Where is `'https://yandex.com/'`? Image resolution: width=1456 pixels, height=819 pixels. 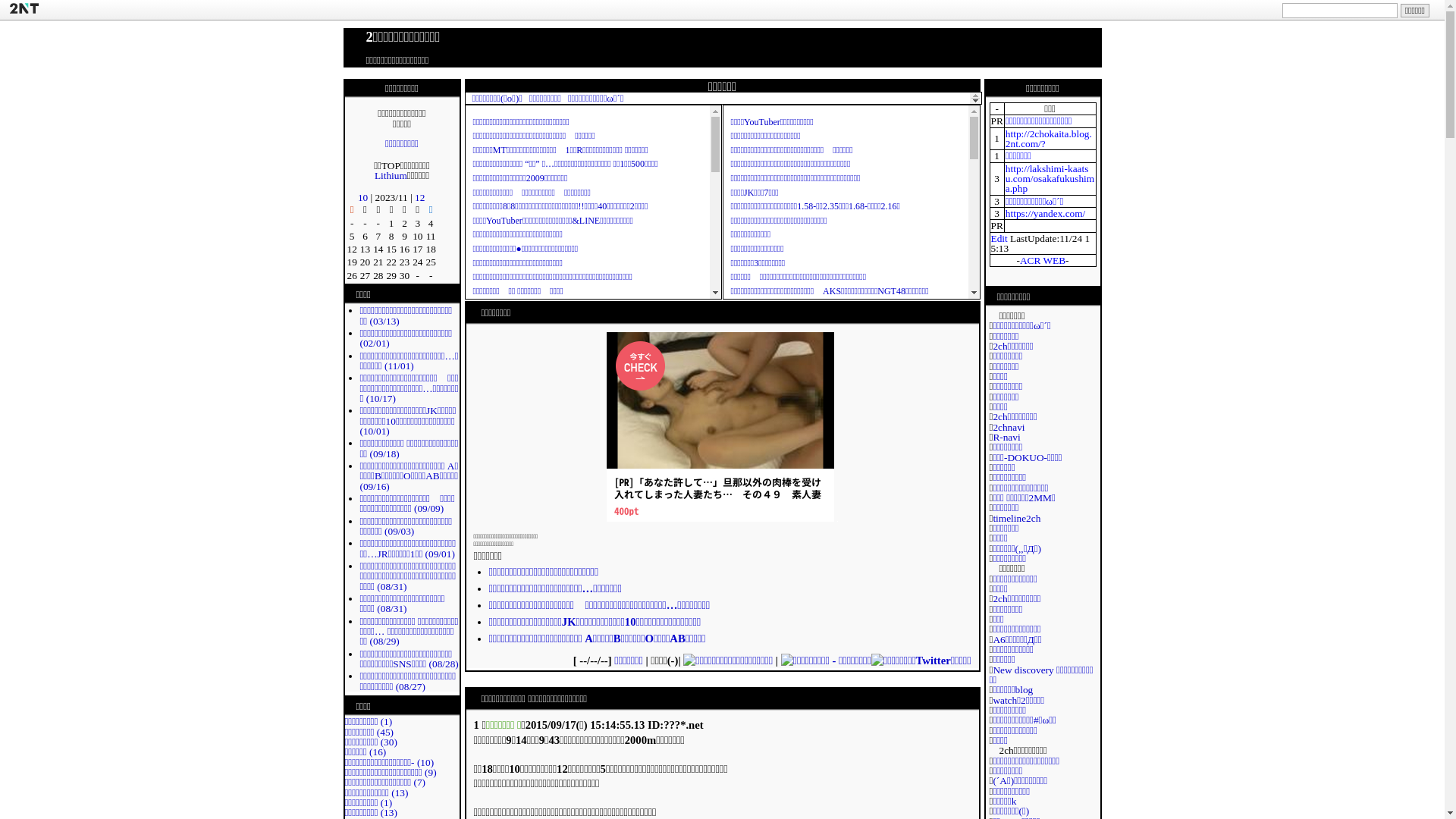 'https://yandex.com/' is located at coordinates (1044, 213).